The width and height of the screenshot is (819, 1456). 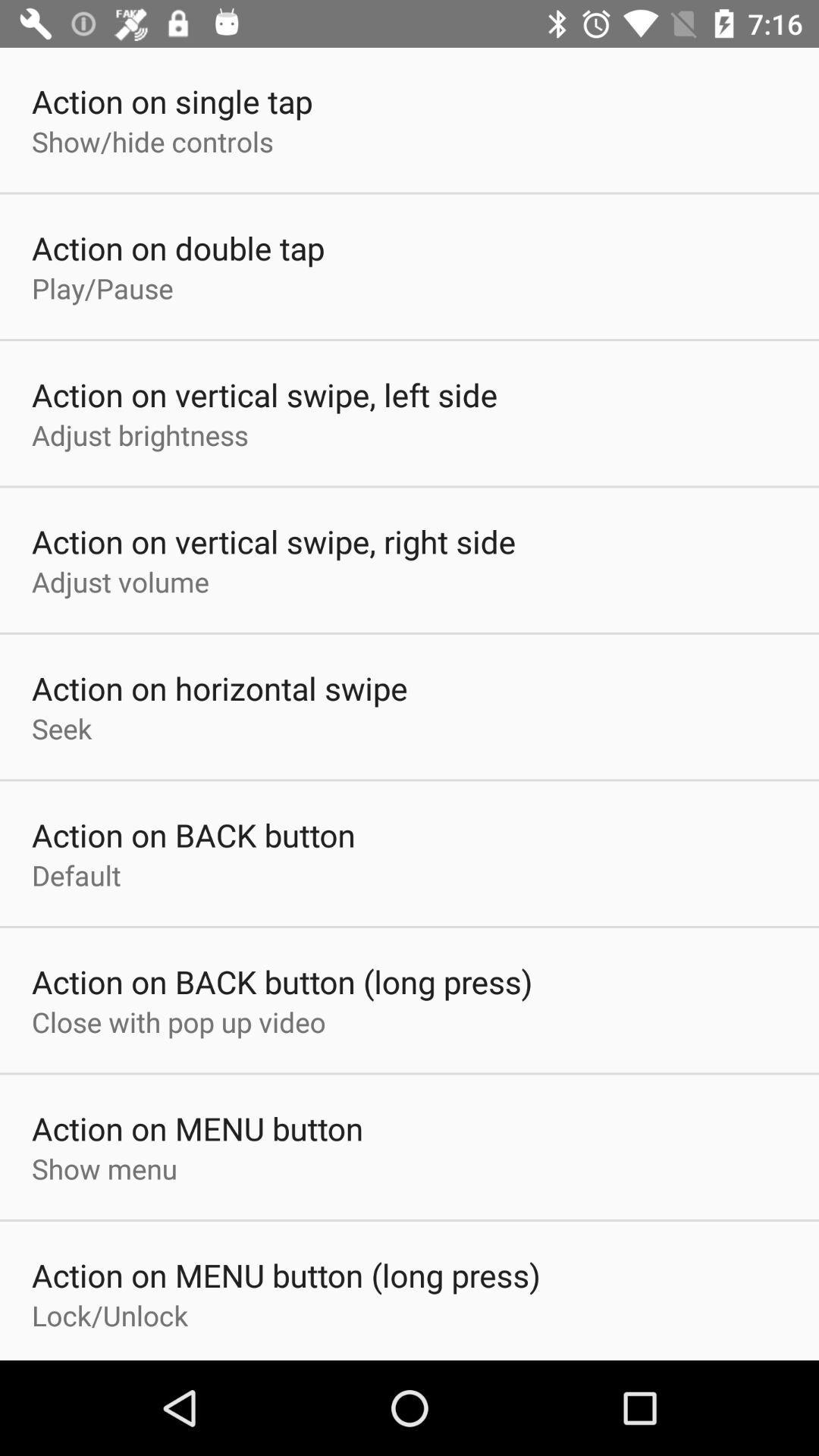 What do you see at coordinates (152, 141) in the screenshot?
I see `the show/hide controls item` at bounding box center [152, 141].